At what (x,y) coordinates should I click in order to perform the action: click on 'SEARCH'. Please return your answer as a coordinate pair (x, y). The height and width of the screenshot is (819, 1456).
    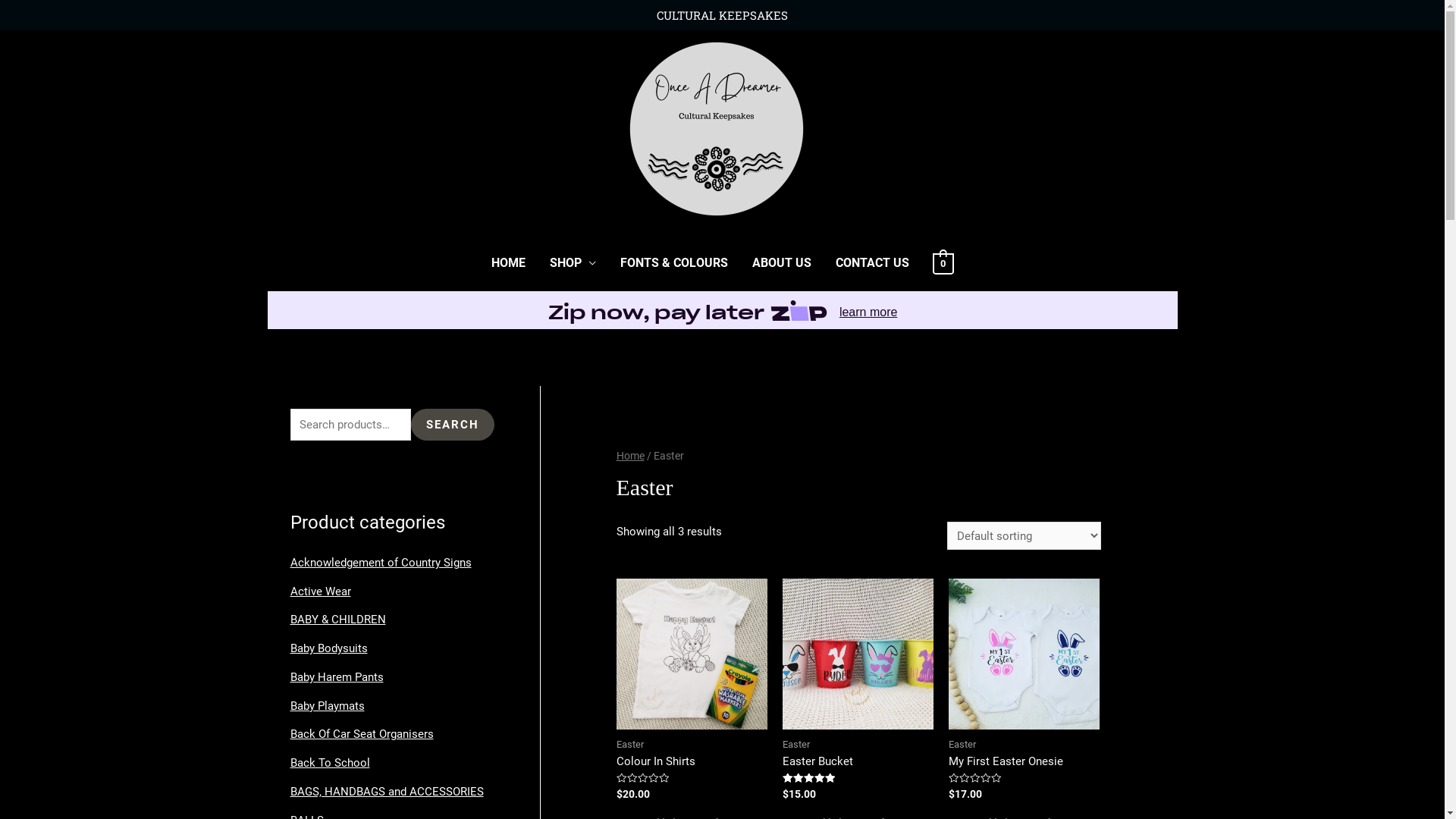
    Looking at the image, I should click on (451, 425).